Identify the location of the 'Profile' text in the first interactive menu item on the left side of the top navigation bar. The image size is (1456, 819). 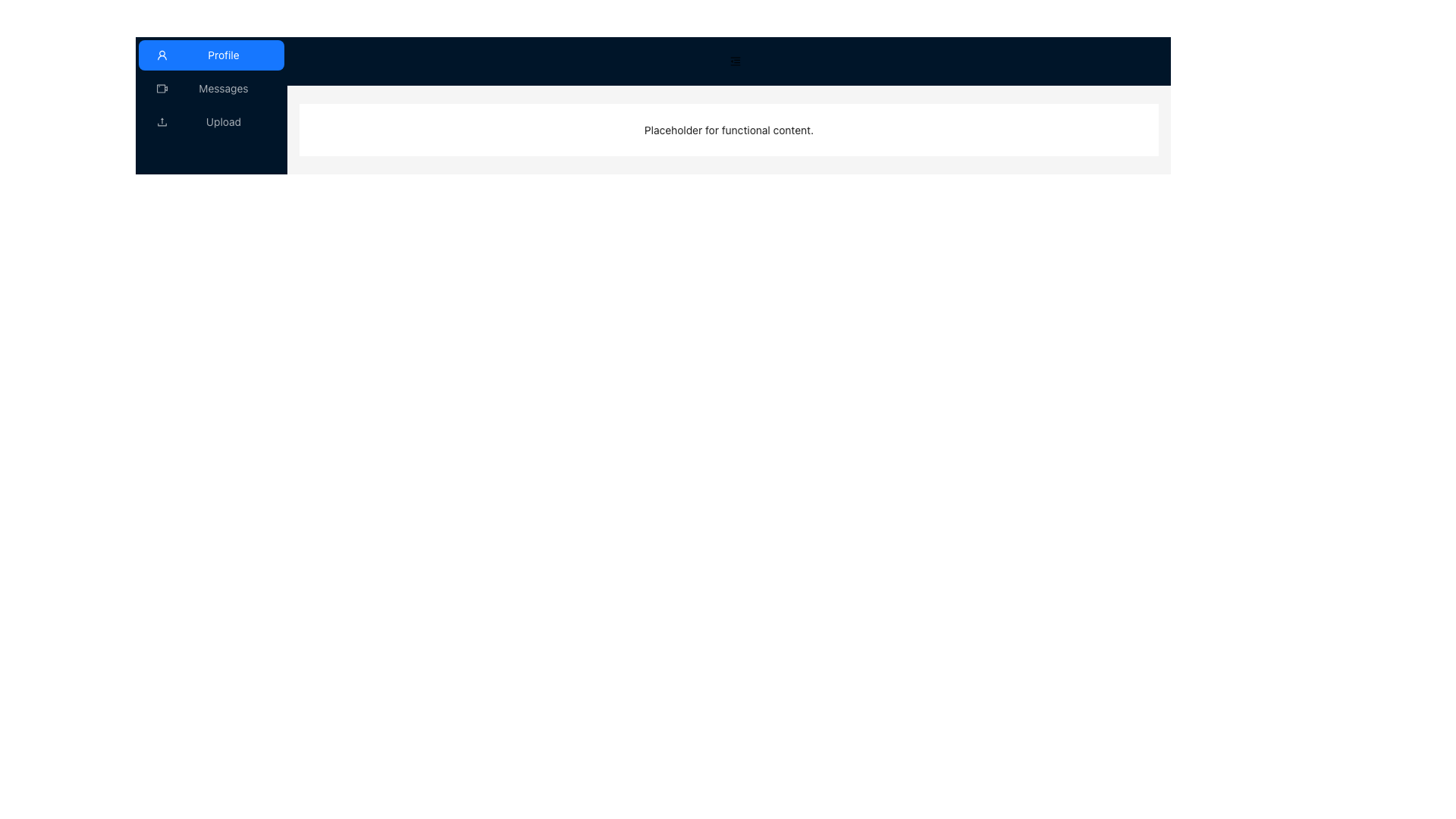
(222, 55).